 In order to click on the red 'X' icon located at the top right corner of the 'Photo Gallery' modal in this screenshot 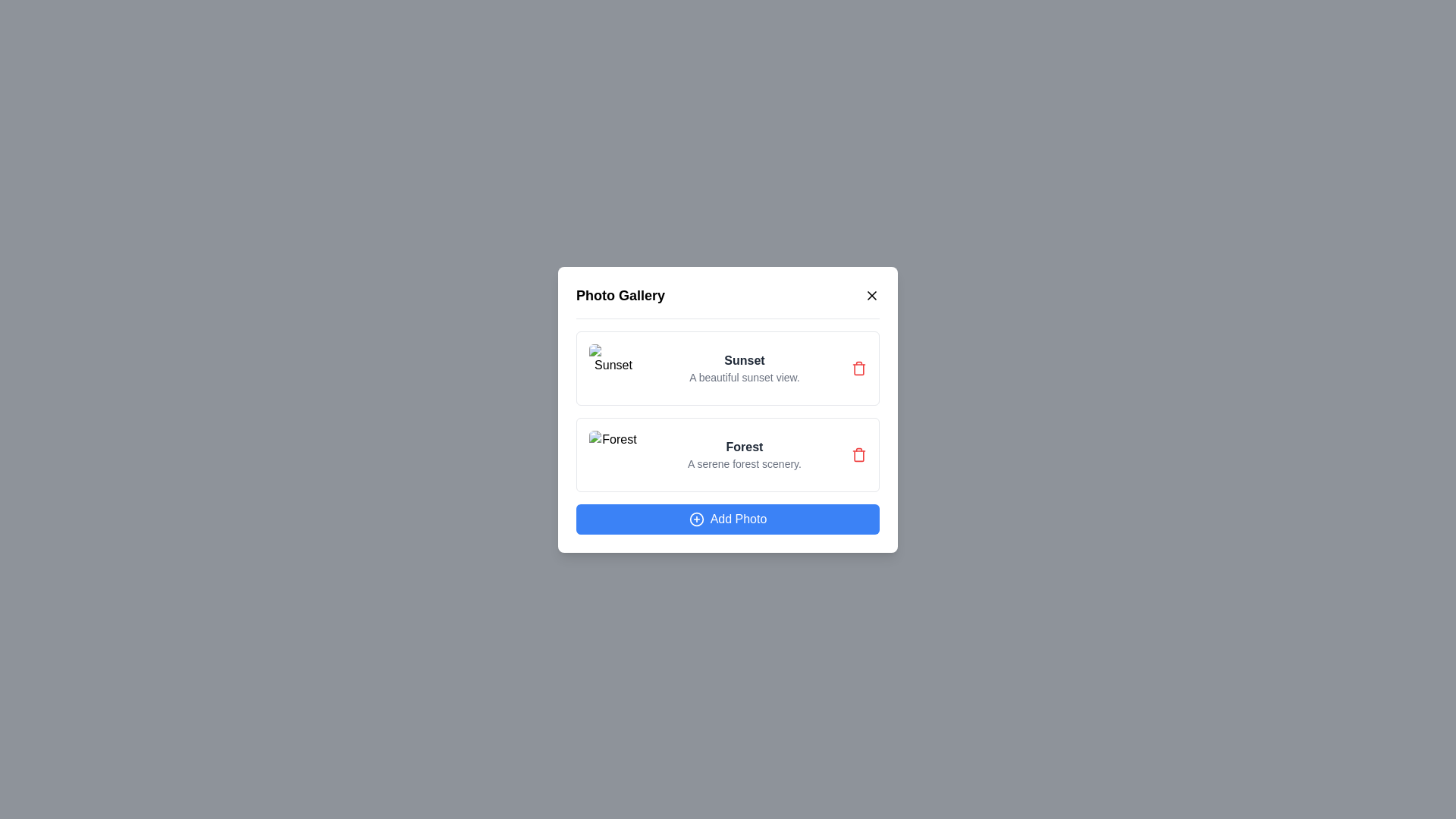, I will do `click(872, 295)`.